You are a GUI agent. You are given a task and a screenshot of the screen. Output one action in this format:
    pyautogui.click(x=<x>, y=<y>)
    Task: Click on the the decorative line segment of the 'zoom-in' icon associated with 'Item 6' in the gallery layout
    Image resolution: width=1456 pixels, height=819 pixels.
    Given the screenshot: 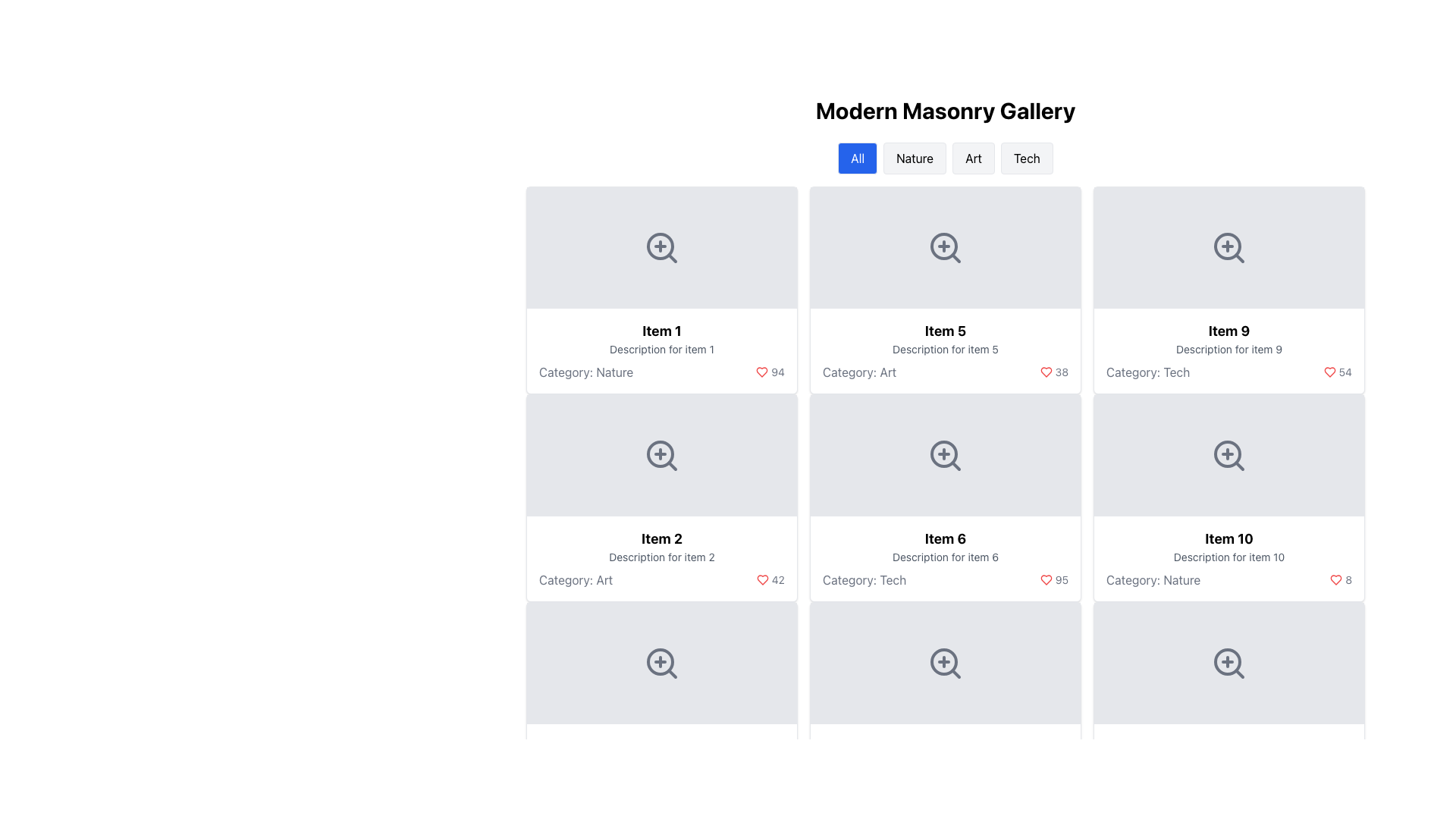 What is the action you would take?
    pyautogui.click(x=955, y=465)
    